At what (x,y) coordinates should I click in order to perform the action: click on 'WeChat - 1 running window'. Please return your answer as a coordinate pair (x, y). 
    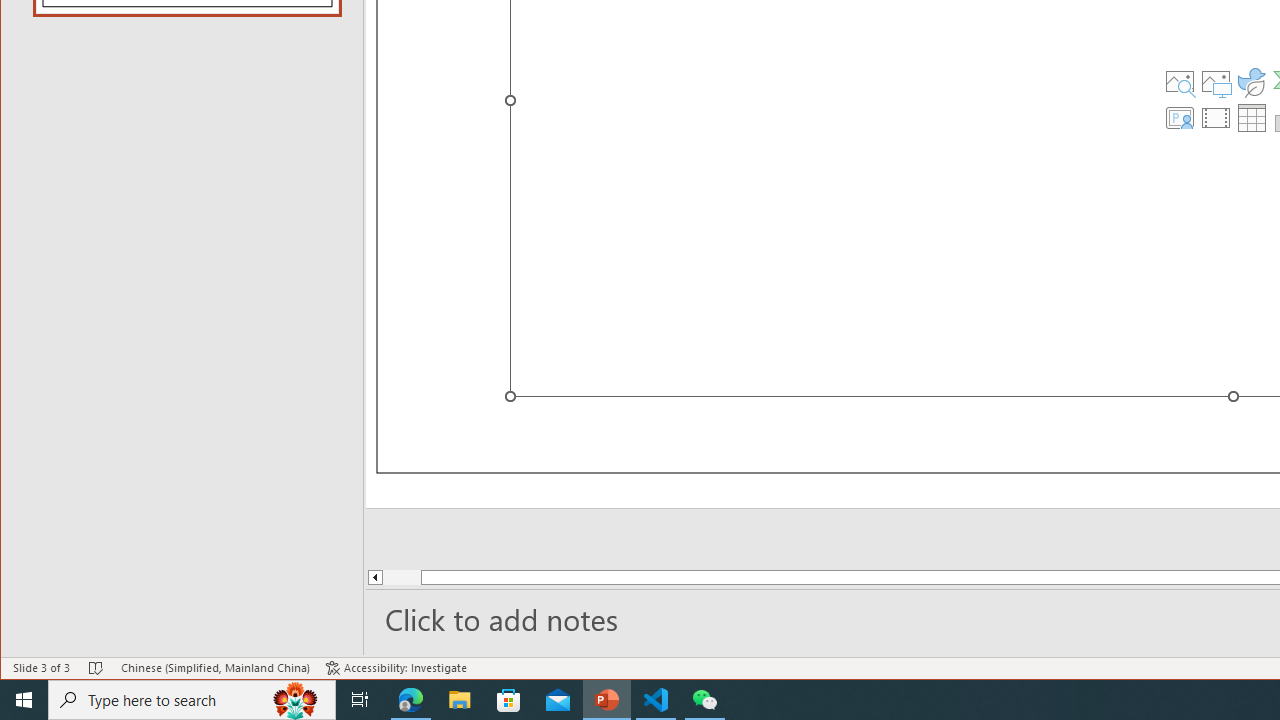
    Looking at the image, I should click on (705, 698).